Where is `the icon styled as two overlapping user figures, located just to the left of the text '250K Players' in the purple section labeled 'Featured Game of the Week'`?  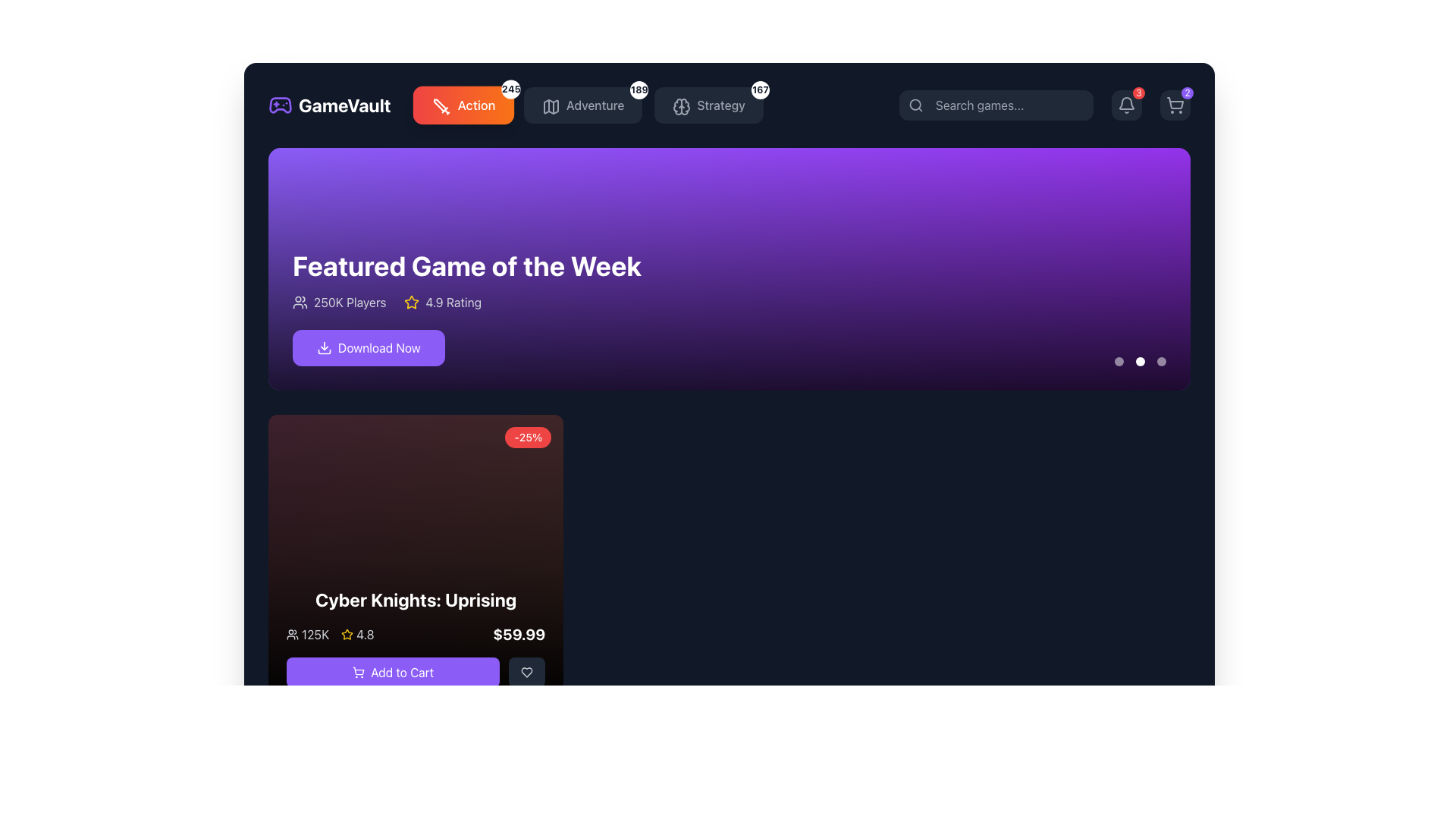 the icon styled as two overlapping user figures, located just to the left of the text '250K Players' in the purple section labeled 'Featured Game of the Week' is located at coordinates (300, 302).